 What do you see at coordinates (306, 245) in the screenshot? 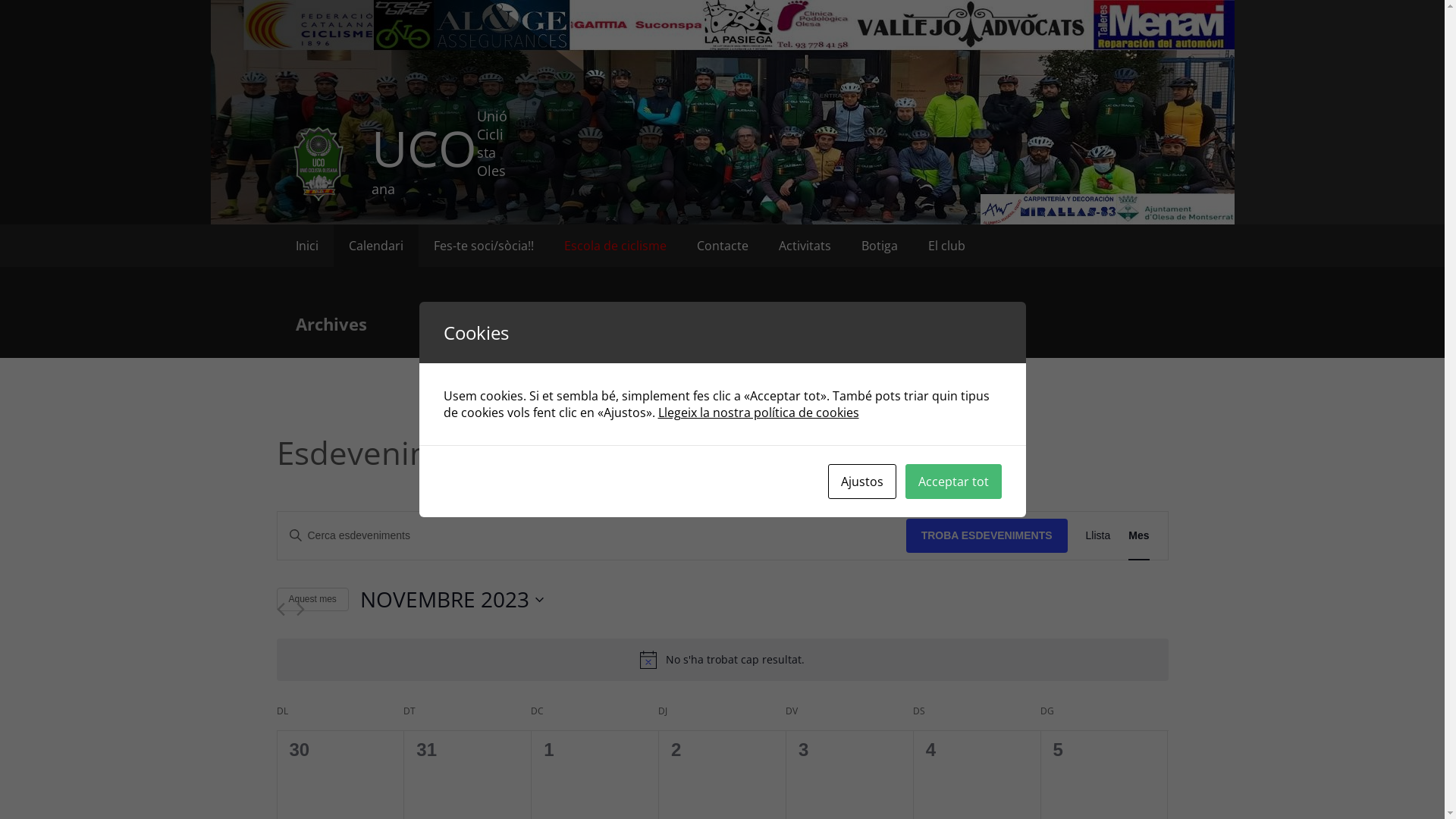
I see `'Inici'` at bounding box center [306, 245].